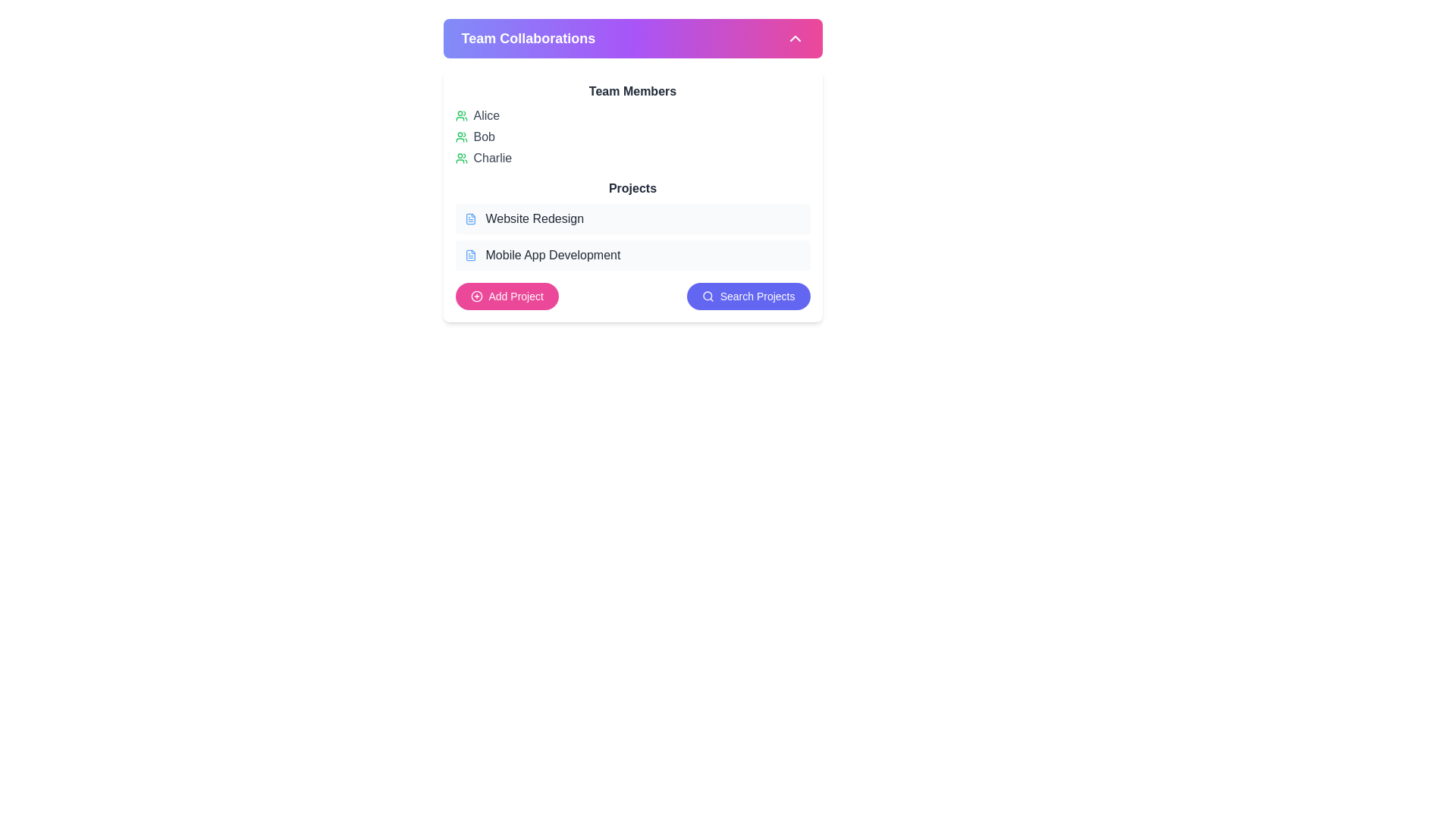 The height and width of the screenshot is (819, 1456). What do you see at coordinates (507, 296) in the screenshot?
I see `the 'Add Project' button, which has a bright pink background and contains a white circular icon with a plus sign, located to the left of the 'Search Projects' button in the 'Projects' section under 'Team Collaborations'` at bounding box center [507, 296].